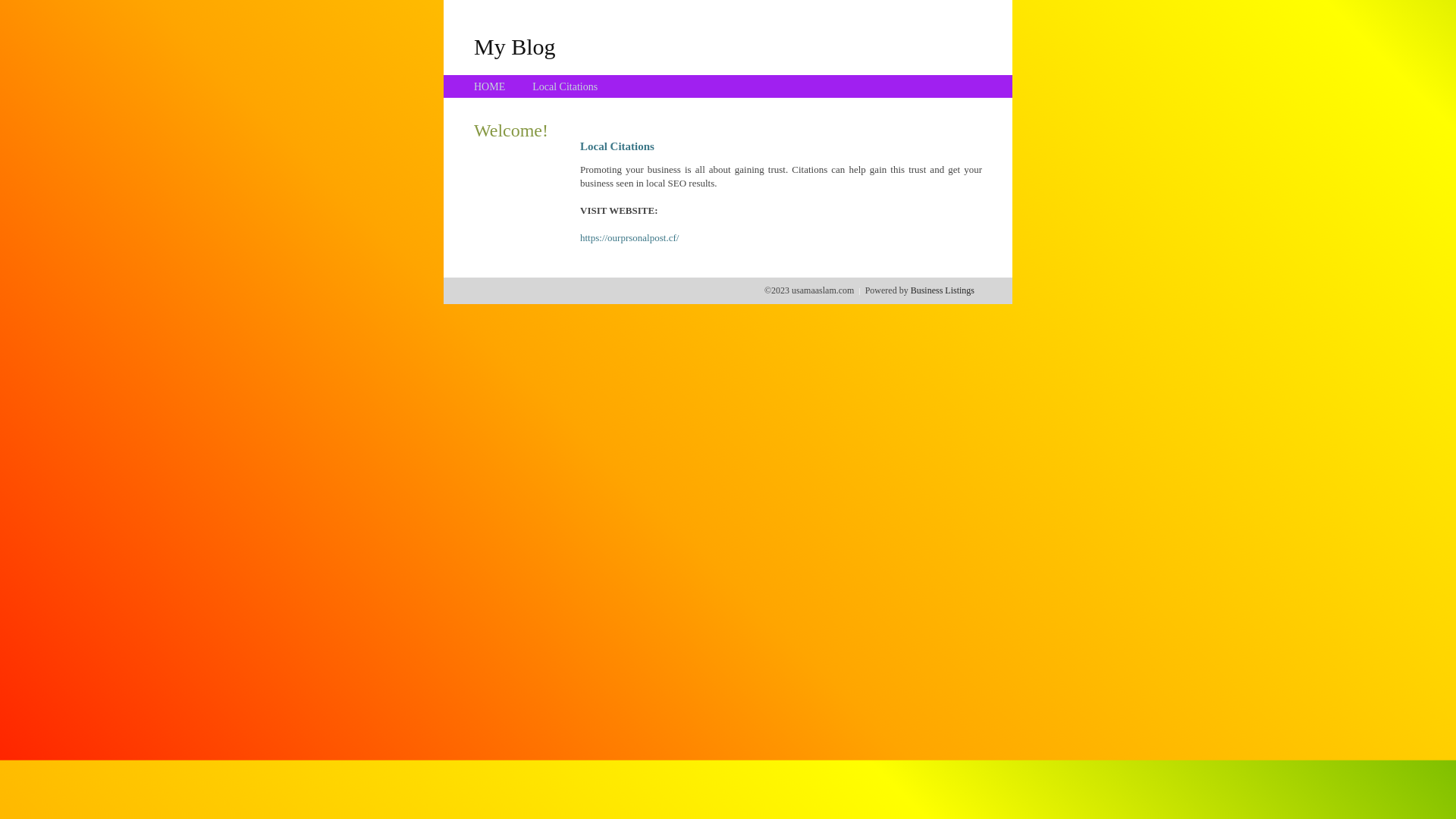 This screenshot has width=1456, height=819. What do you see at coordinates (489, 86) in the screenshot?
I see `'HOME'` at bounding box center [489, 86].